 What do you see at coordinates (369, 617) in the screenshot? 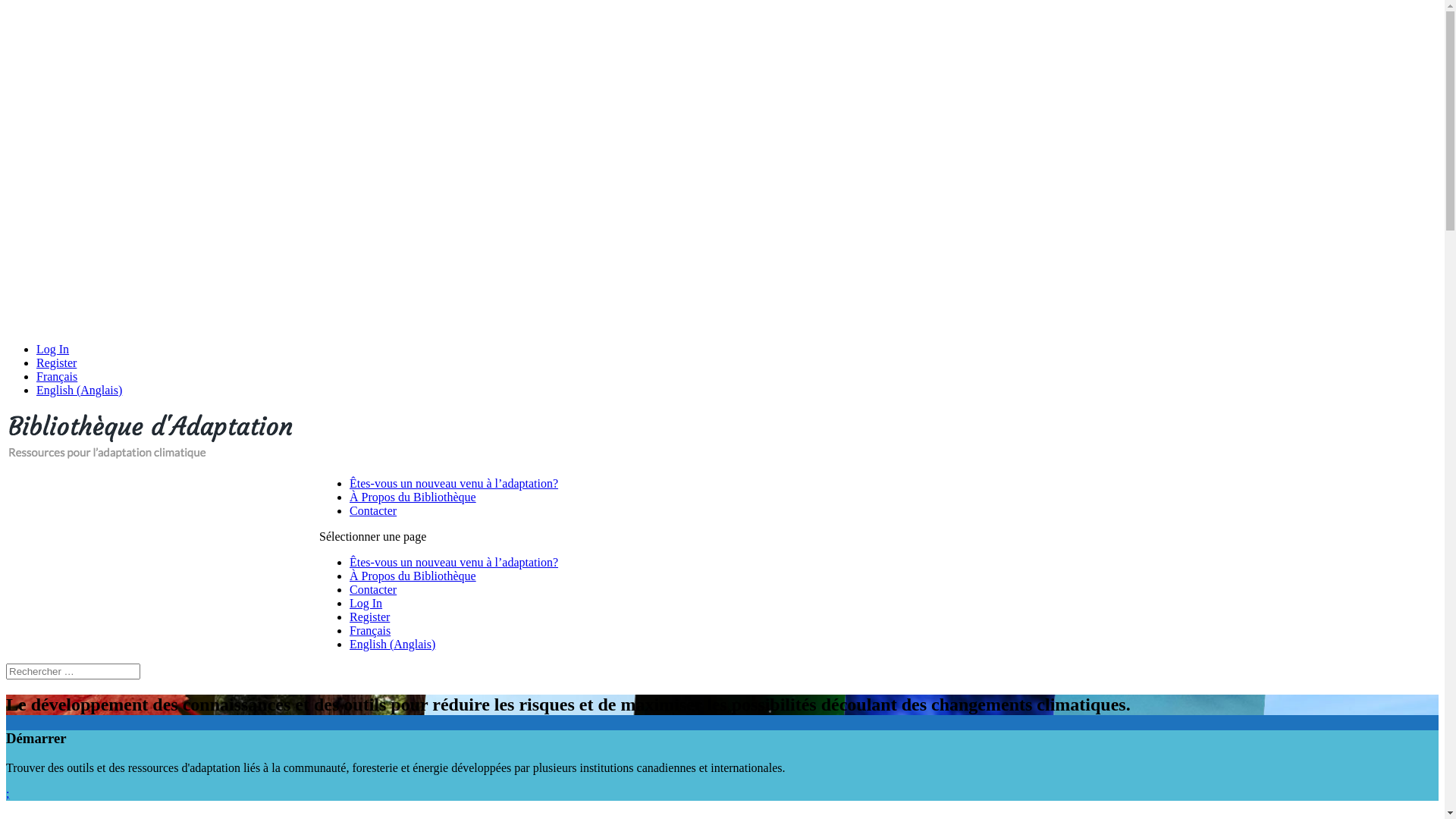
I see `'Register'` at bounding box center [369, 617].